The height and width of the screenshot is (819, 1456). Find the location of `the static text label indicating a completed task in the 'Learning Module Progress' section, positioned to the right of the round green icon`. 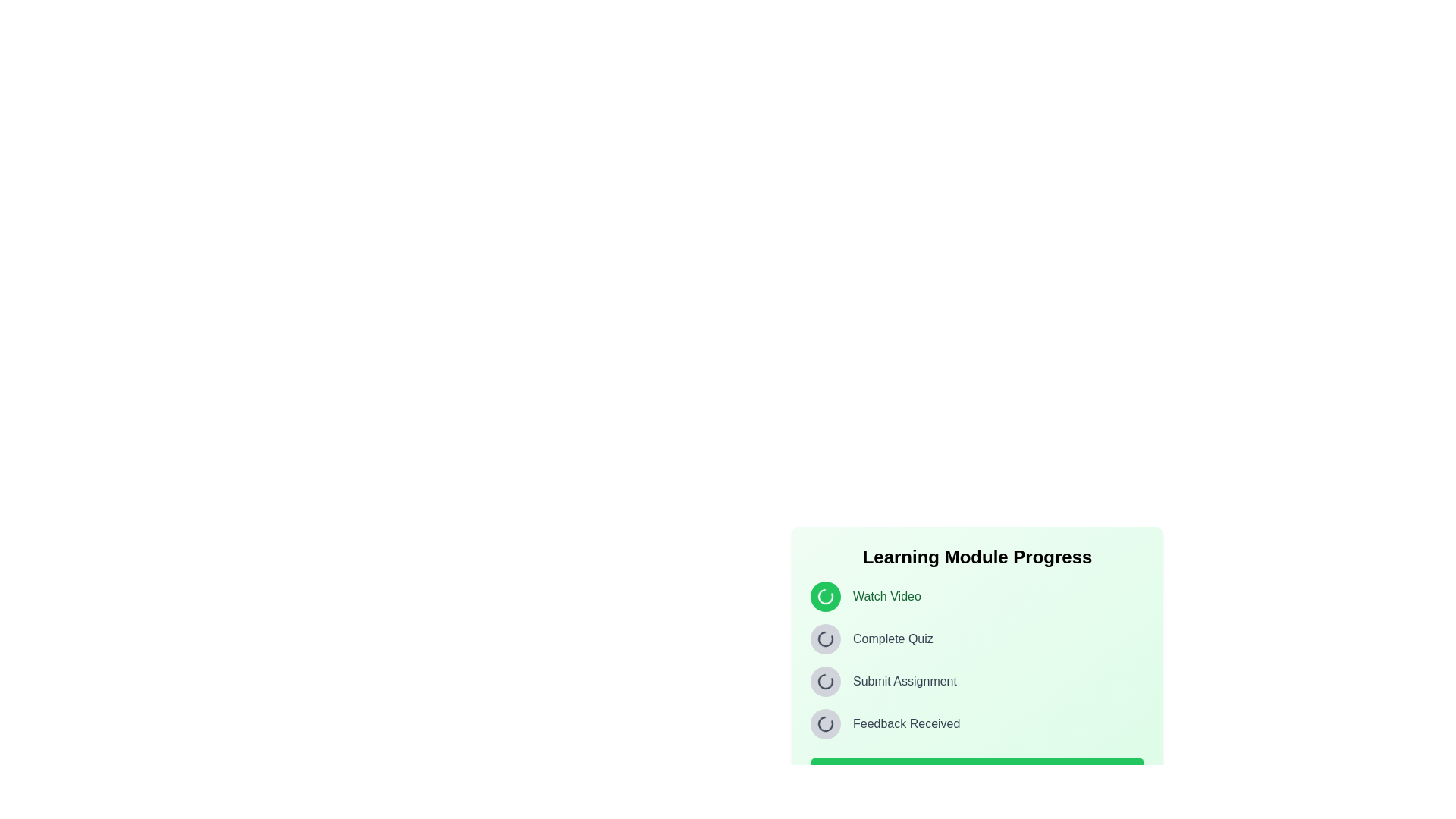

the static text label indicating a completed task in the 'Learning Module Progress' section, positioned to the right of the round green icon is located at coordinates (886, 595).